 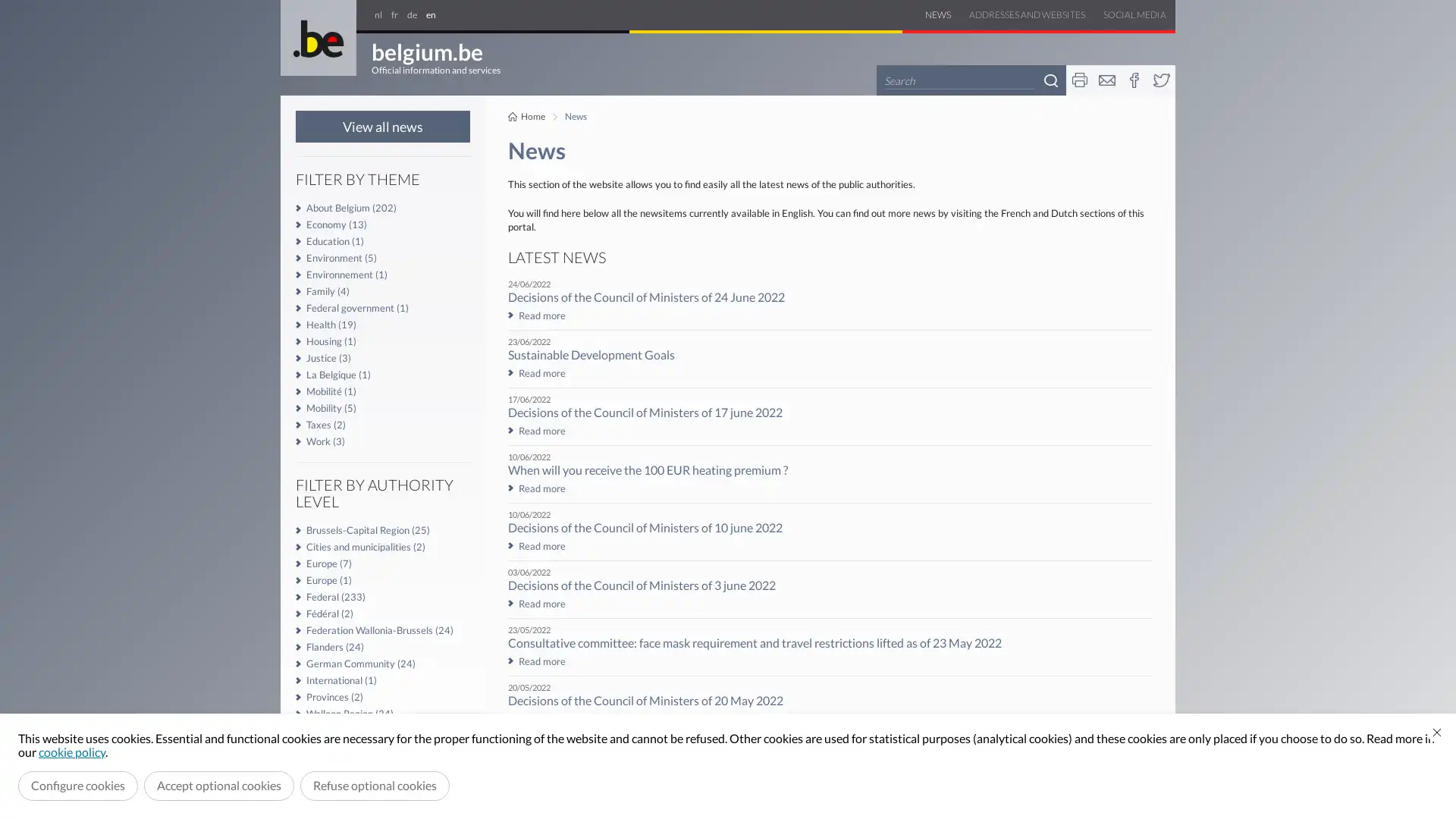 I want to click on Refuse optional cookies, so click(x=375, y=785).